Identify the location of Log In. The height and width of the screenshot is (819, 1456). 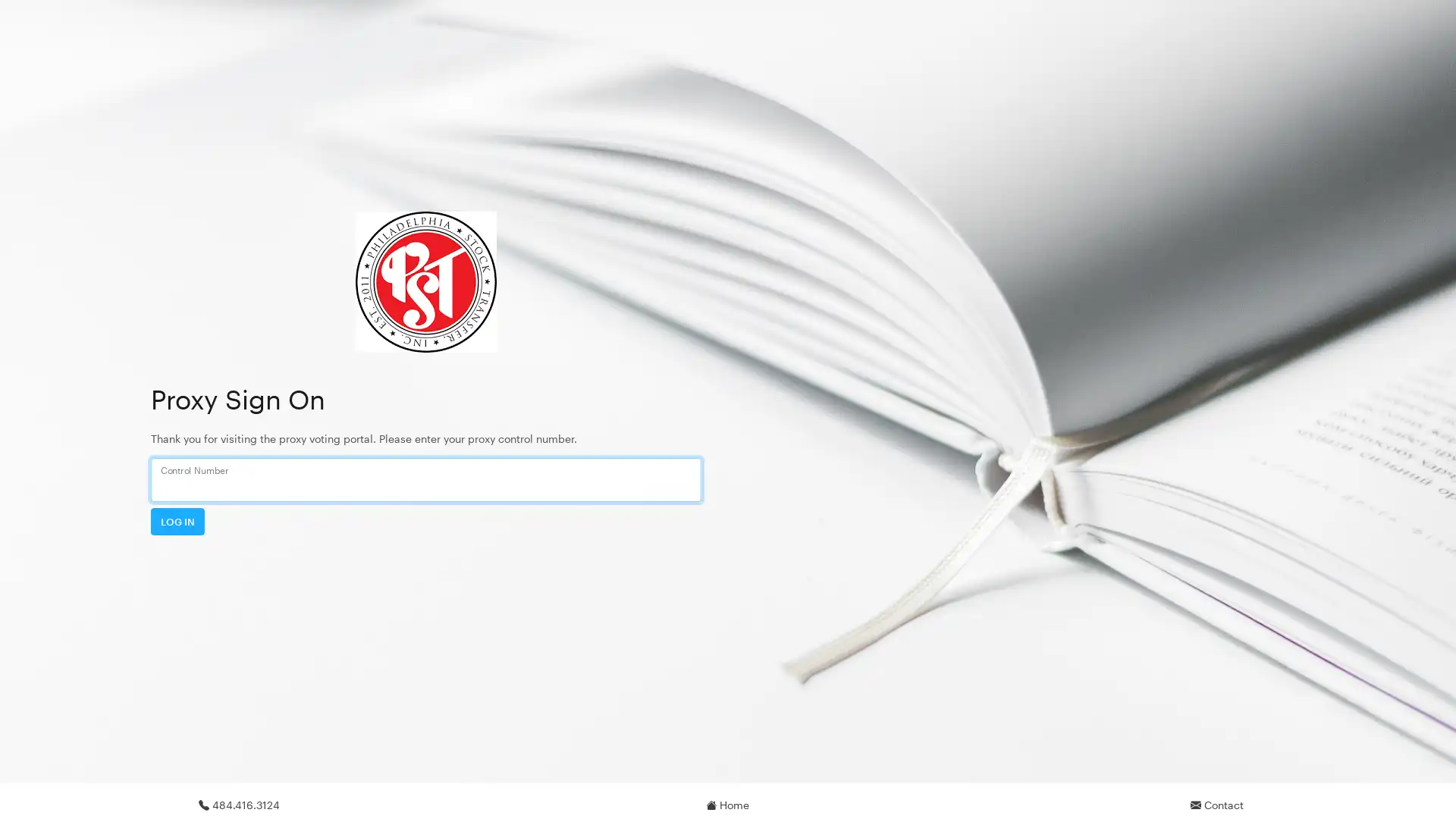
(177, 520).